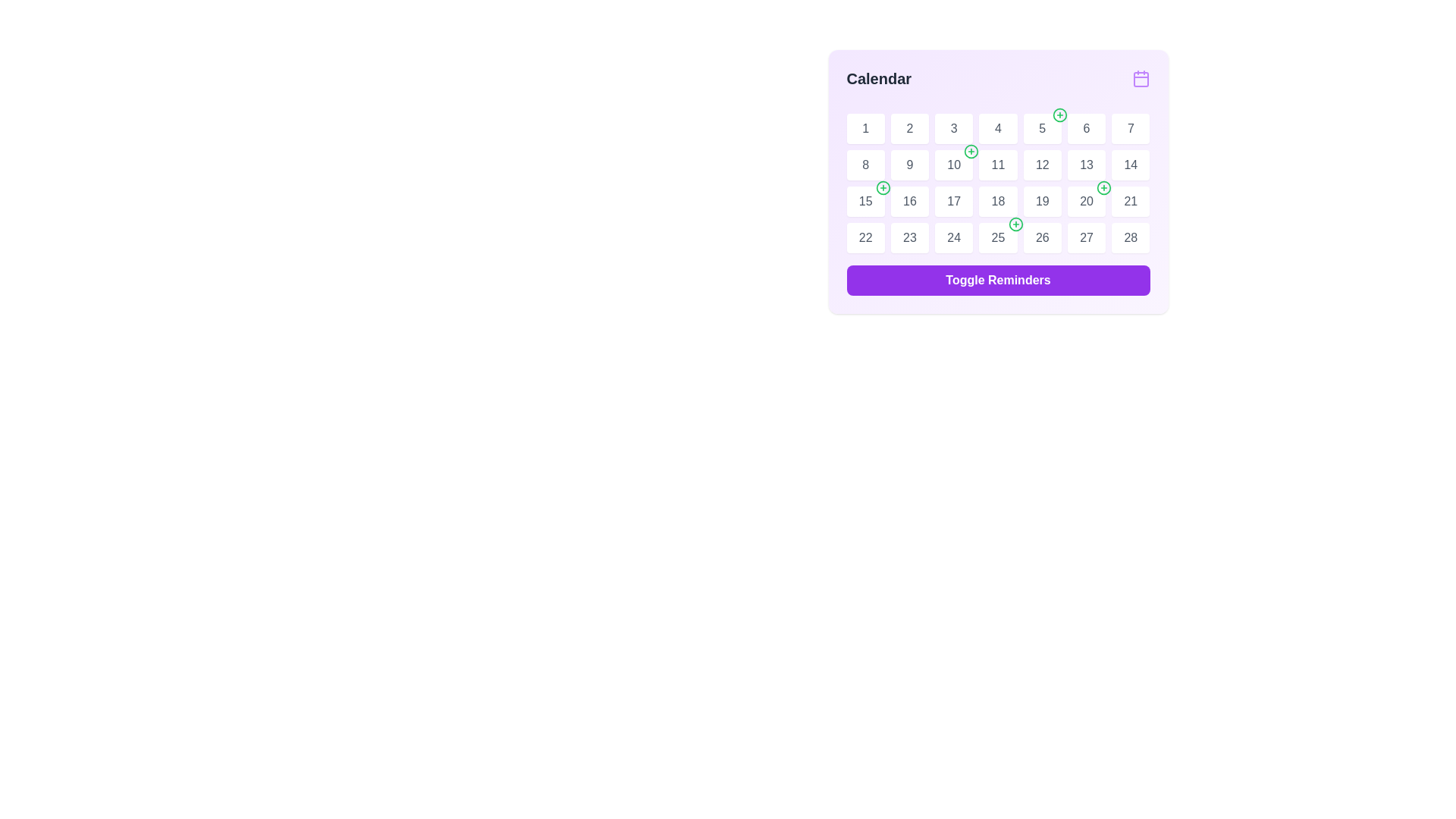 This screenshot has height=819, width=1456. What do you see at coordinates (998, 165) in the screenshot?
I see `the non-interactive label representing the calendar date '11' in the calendar interface, located in the second row and fourth column under the 'Calendar' label` at bounding box center [998, 165].